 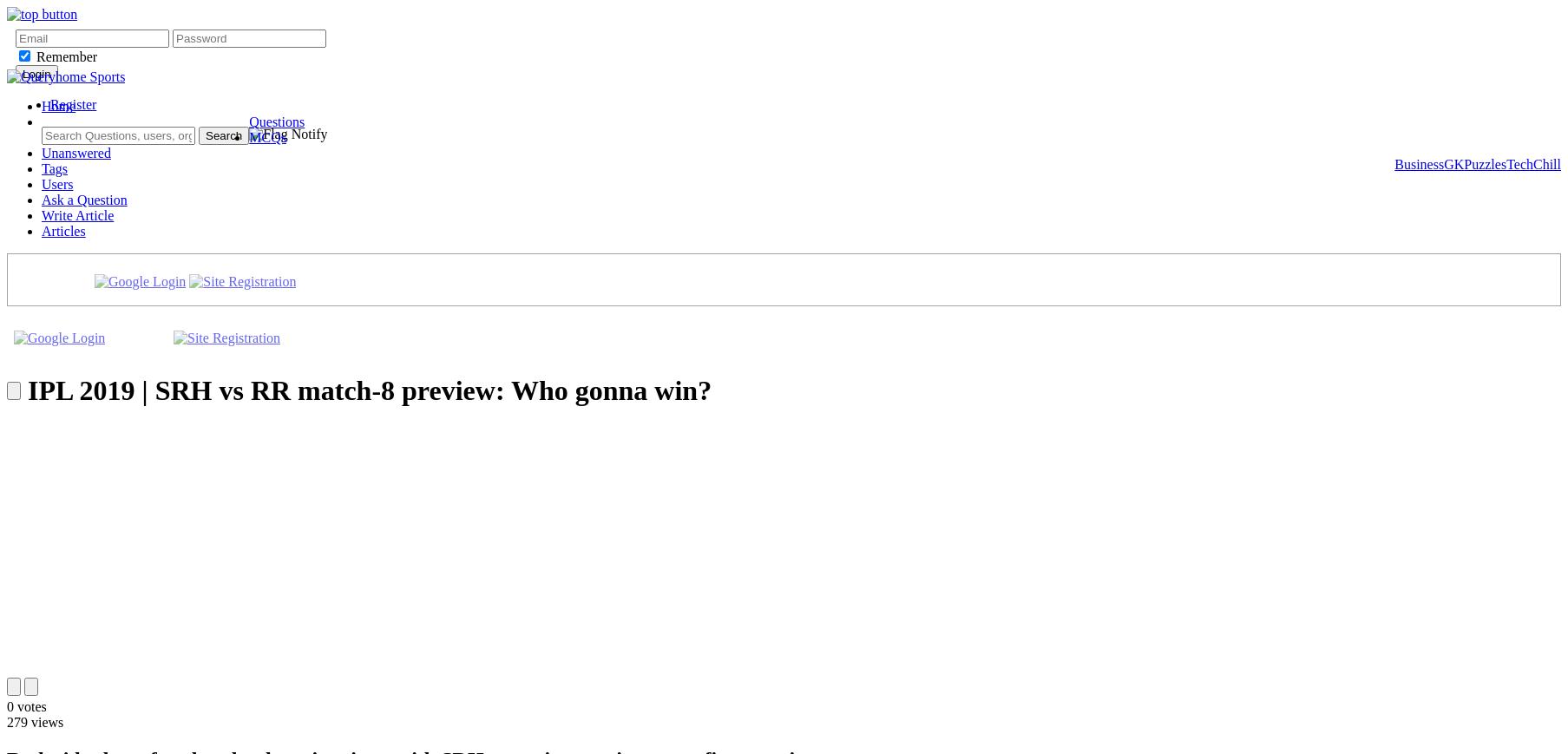 I want to click on 'Register', so click(x=72, y=103).